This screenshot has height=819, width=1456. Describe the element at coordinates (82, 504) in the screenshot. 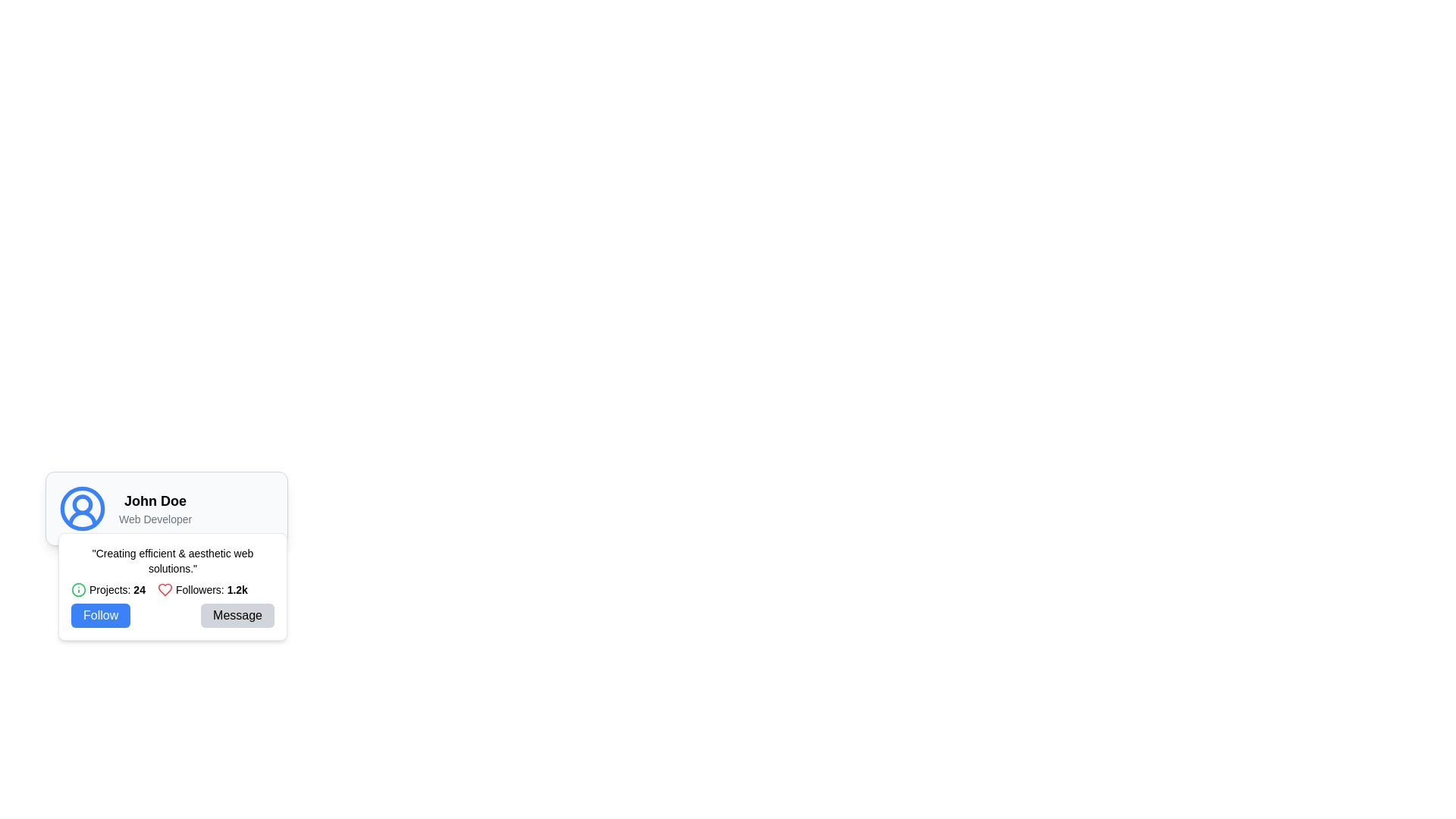

I see `the smaller circle graphic element at the center of the user avatar SVG structure, which serves as a decorative component` at that location.